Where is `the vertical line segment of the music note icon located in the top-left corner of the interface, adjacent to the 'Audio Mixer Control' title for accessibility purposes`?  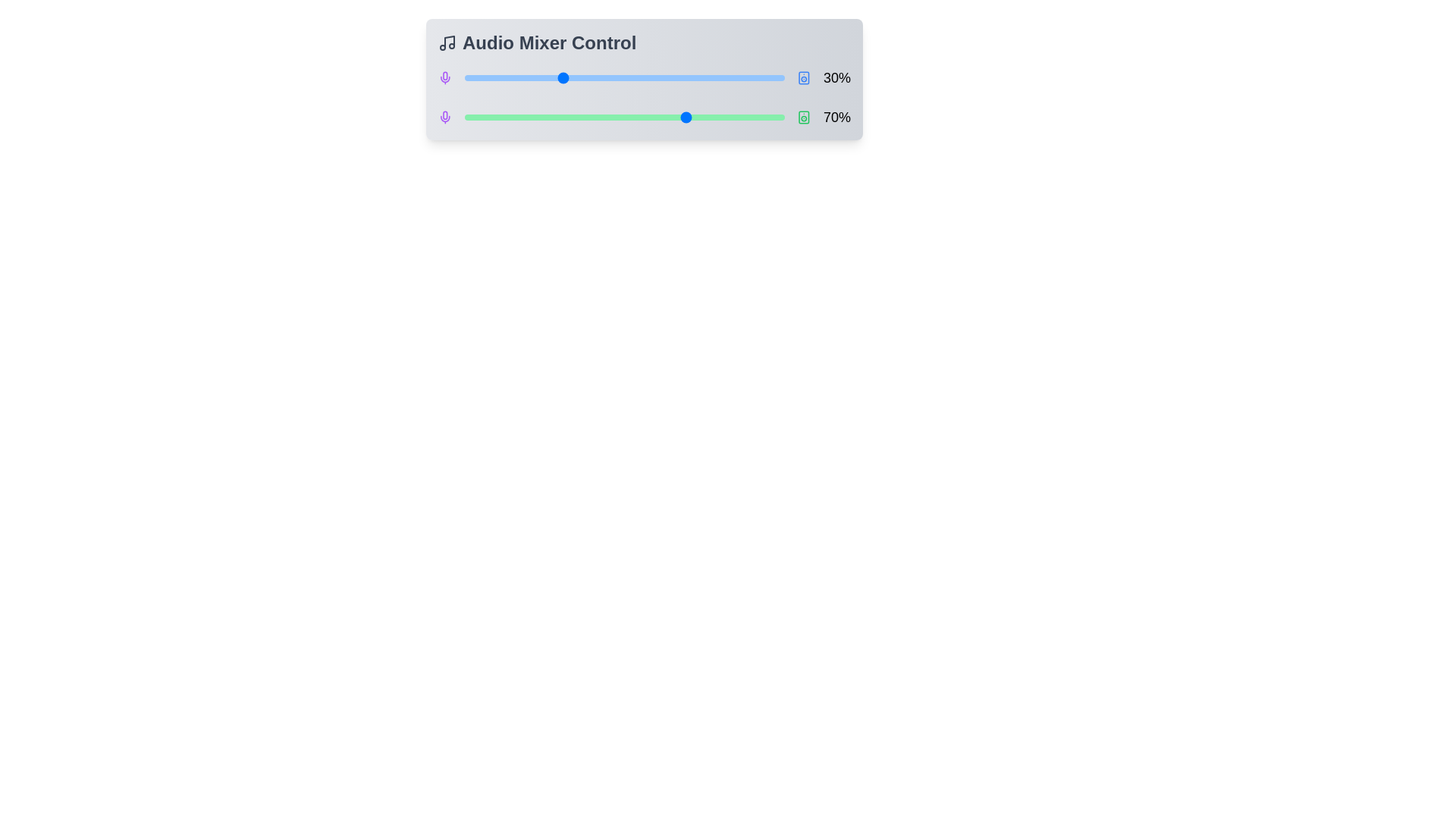
the vertical line segment of the music note icon located in the top-left corner of the interface, adjacent to the 'Audio Mixer Control' title for accessibility purposes is located at coordinates (449, 41).